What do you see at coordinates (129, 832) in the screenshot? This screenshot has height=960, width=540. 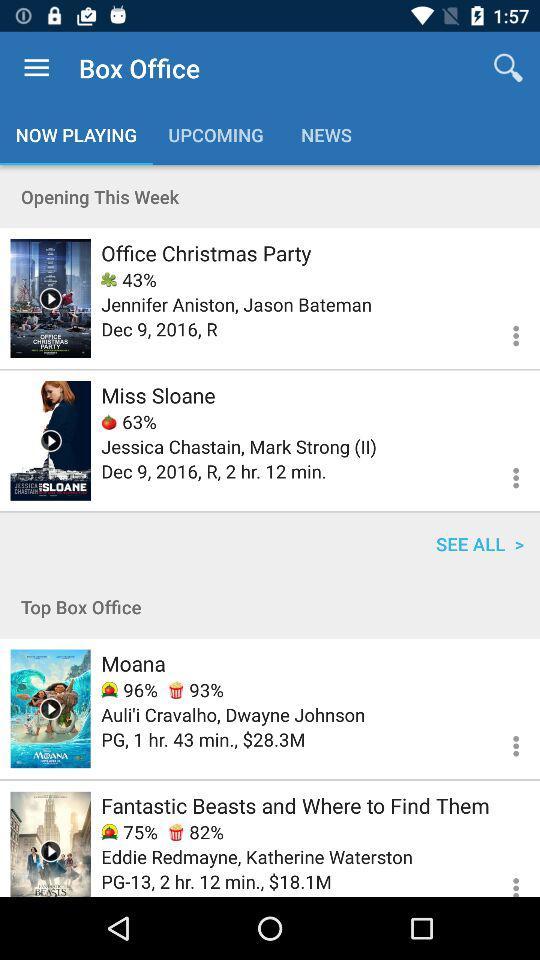 I see `75% item` at bounding box center [129, 832].